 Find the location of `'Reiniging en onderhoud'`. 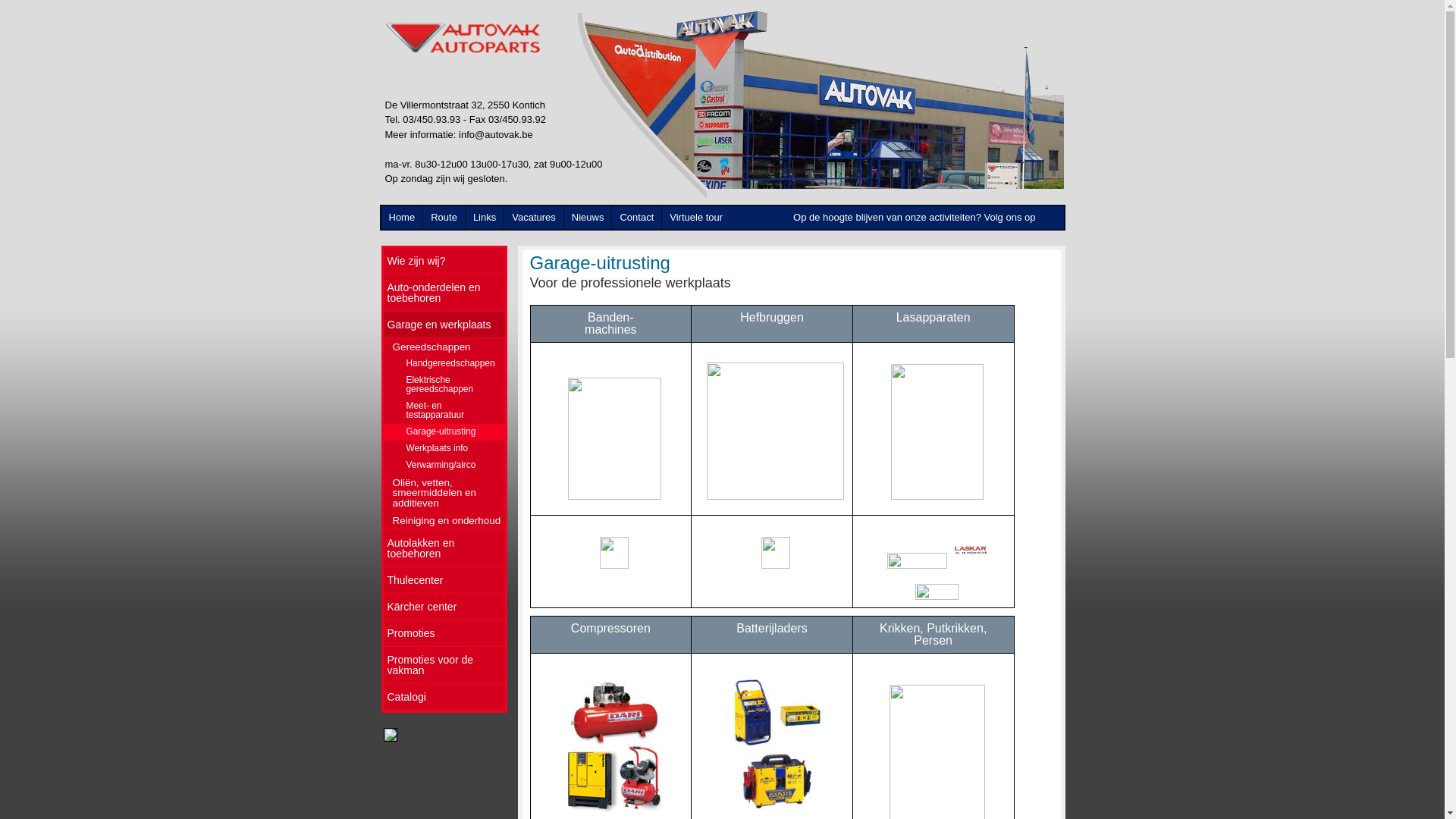

'Reiniging en onderhoud' is located at coordinates (443, 519).